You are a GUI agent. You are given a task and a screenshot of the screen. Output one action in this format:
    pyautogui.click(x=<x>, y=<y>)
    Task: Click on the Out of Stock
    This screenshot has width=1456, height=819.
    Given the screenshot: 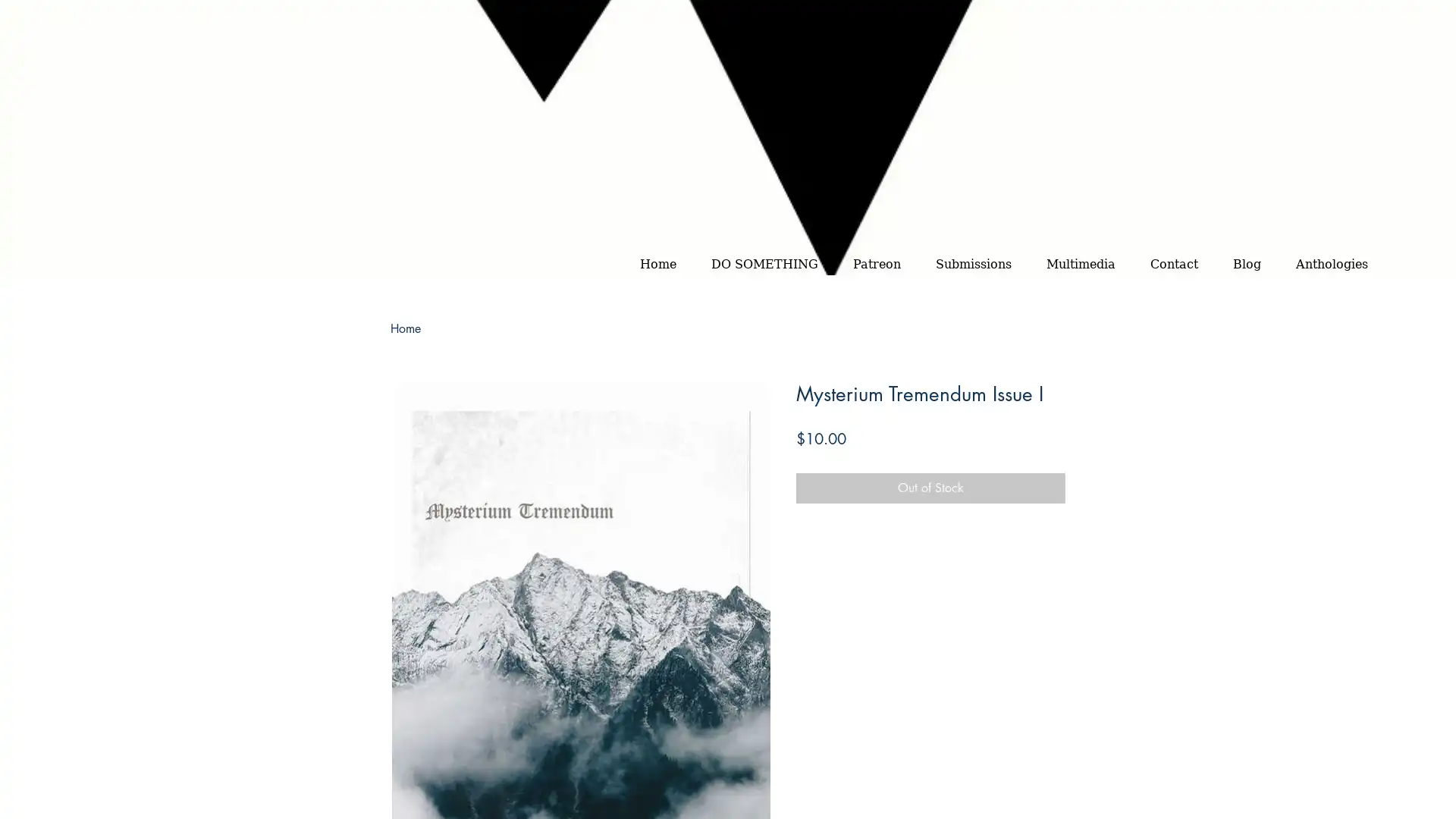 What is the action you would take?
    pyautogui.click(x=930, y=488)
    